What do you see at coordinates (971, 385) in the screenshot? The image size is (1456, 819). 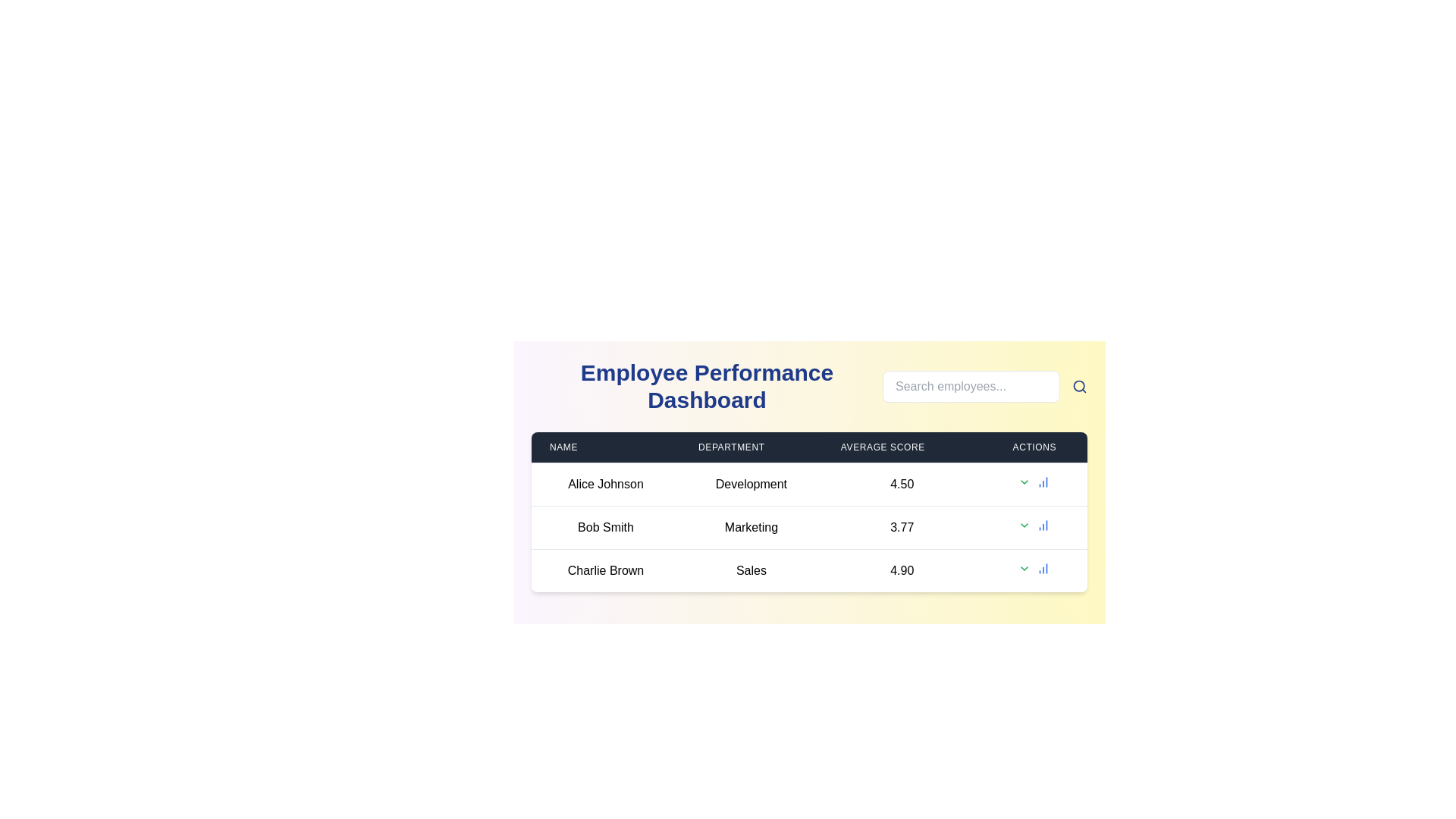 I see `the text input field styled with rounded corners that has a placeholder text saying 'Search employees...'` at bounding box center [971, 385].